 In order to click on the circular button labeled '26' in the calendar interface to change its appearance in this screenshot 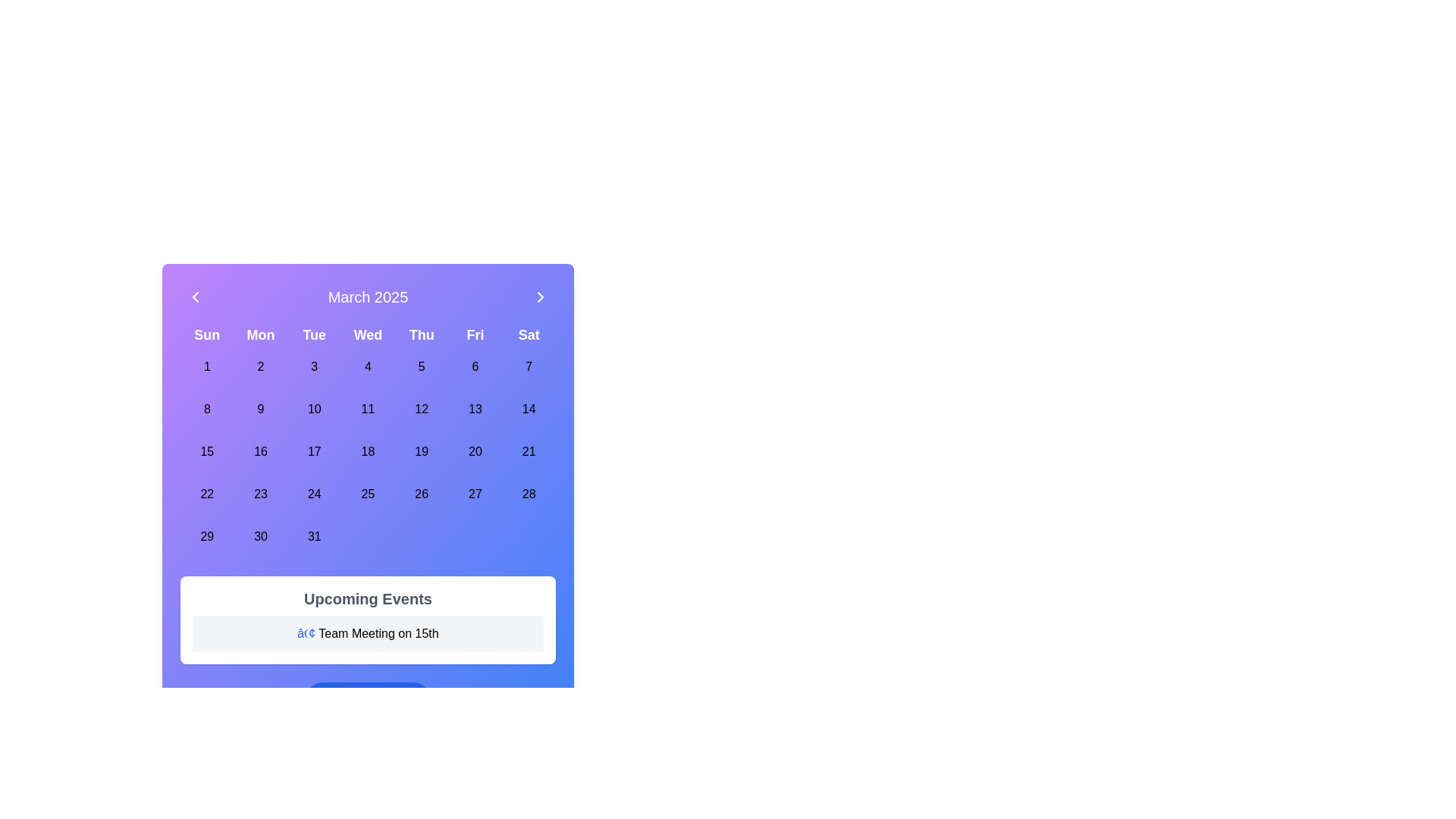, I will do `click(422, 494)`.